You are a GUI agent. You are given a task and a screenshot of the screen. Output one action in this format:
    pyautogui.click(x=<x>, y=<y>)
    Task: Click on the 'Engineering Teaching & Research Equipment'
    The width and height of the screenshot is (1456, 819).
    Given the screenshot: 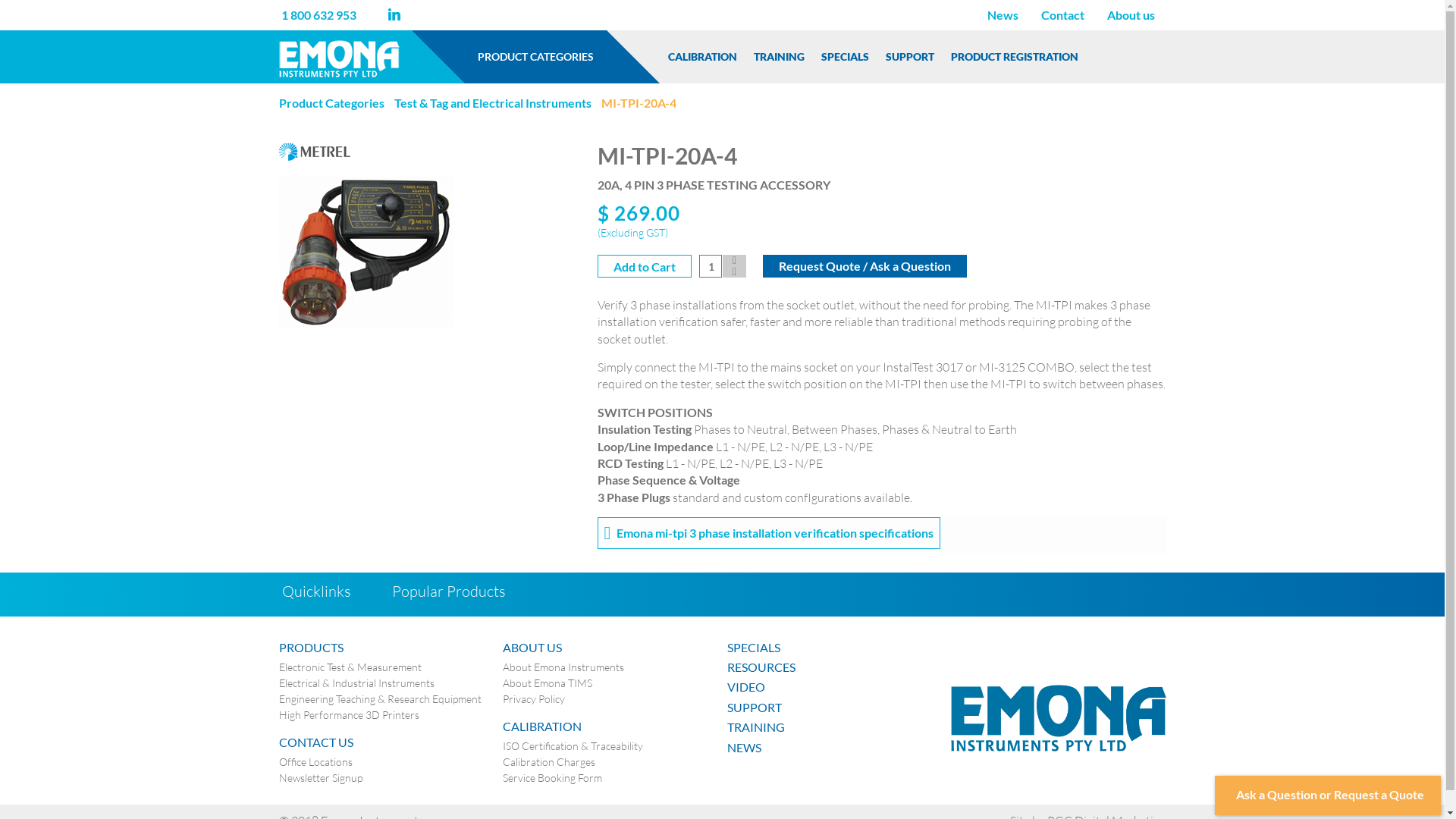 What is the action you would take?
    pyautogui.click(x=380, y=698)
    